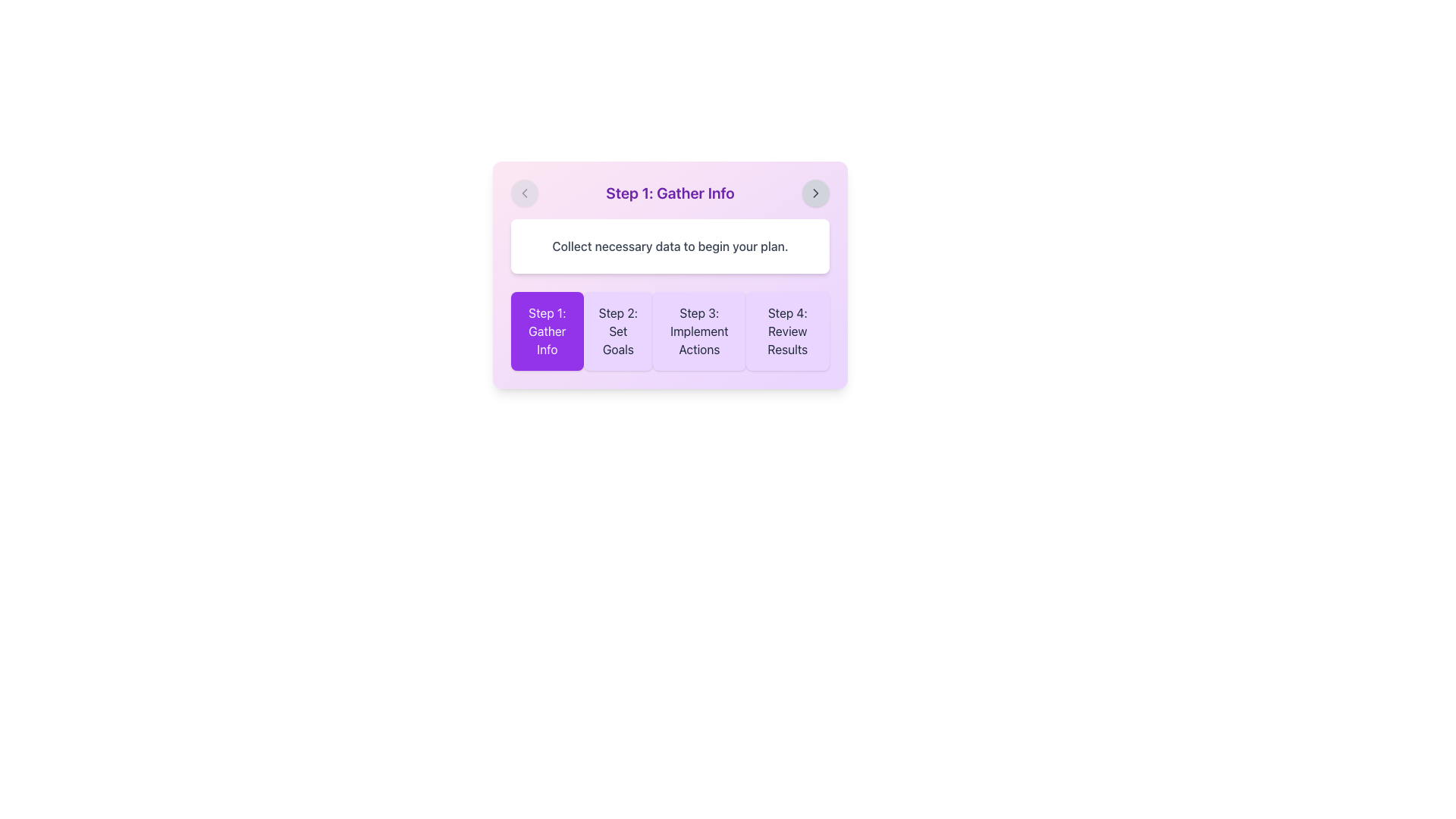 The height and width of the screenshot is (819, 1456). I want to click on static text element that contains the instruction 'Collect necessary data to begin your plan.' which is centrally aligned within a white box below the title 'Step 1: Gather Info' on a light purple card, so click(669, 245).